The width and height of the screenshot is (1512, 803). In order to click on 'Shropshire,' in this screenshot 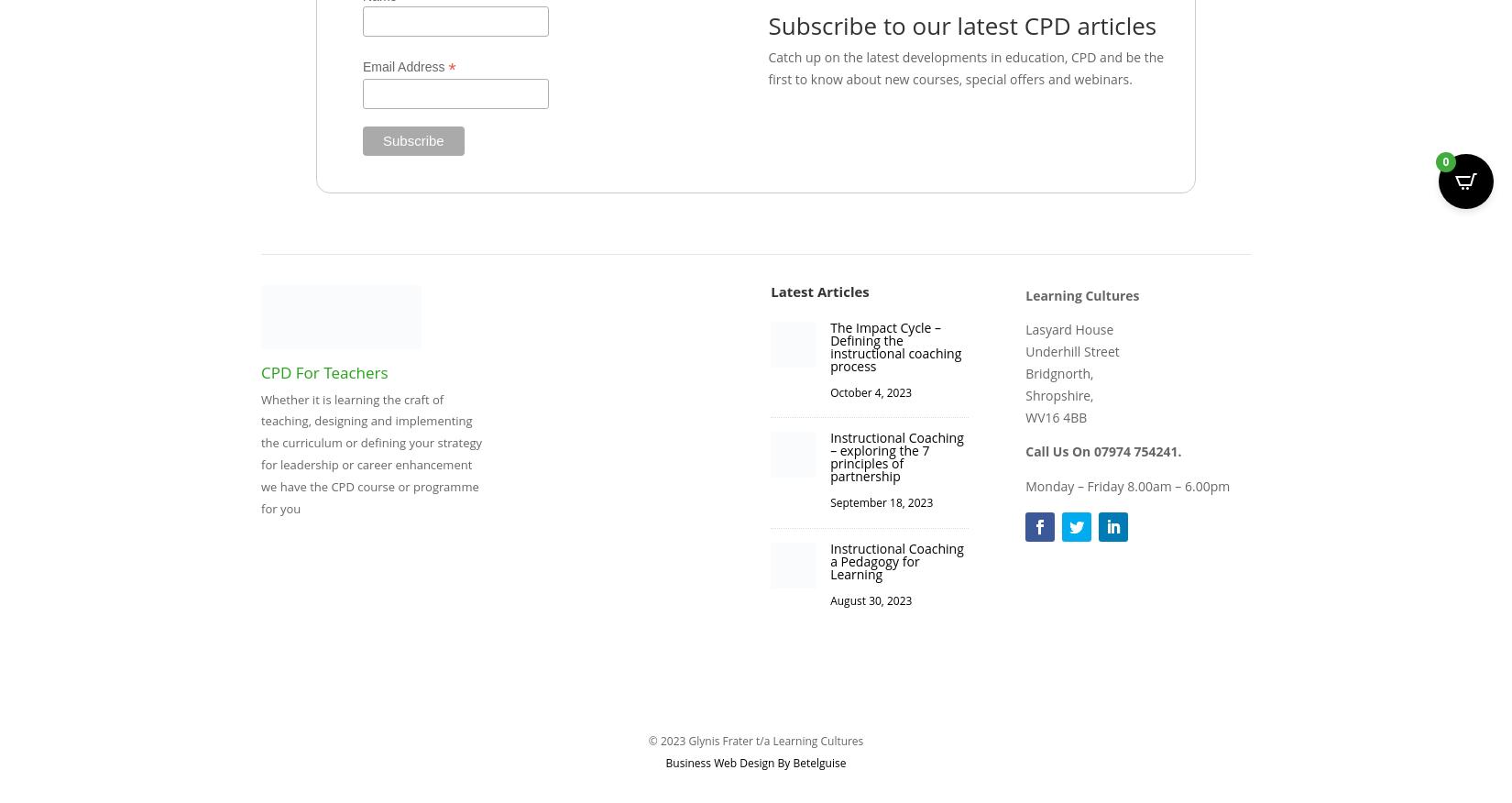, I will do `click(1058, 394)`.